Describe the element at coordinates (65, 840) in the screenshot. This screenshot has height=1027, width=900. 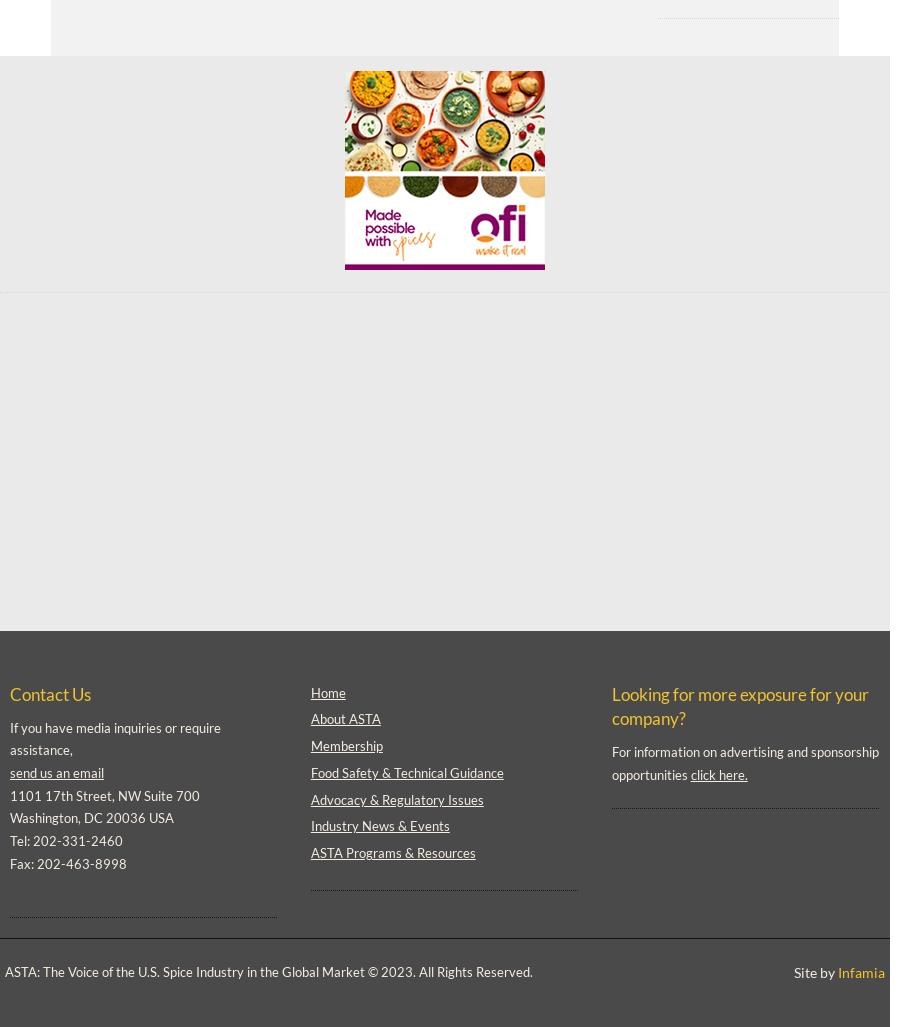
I see `'Tel: 202-331-2460'` at that location.